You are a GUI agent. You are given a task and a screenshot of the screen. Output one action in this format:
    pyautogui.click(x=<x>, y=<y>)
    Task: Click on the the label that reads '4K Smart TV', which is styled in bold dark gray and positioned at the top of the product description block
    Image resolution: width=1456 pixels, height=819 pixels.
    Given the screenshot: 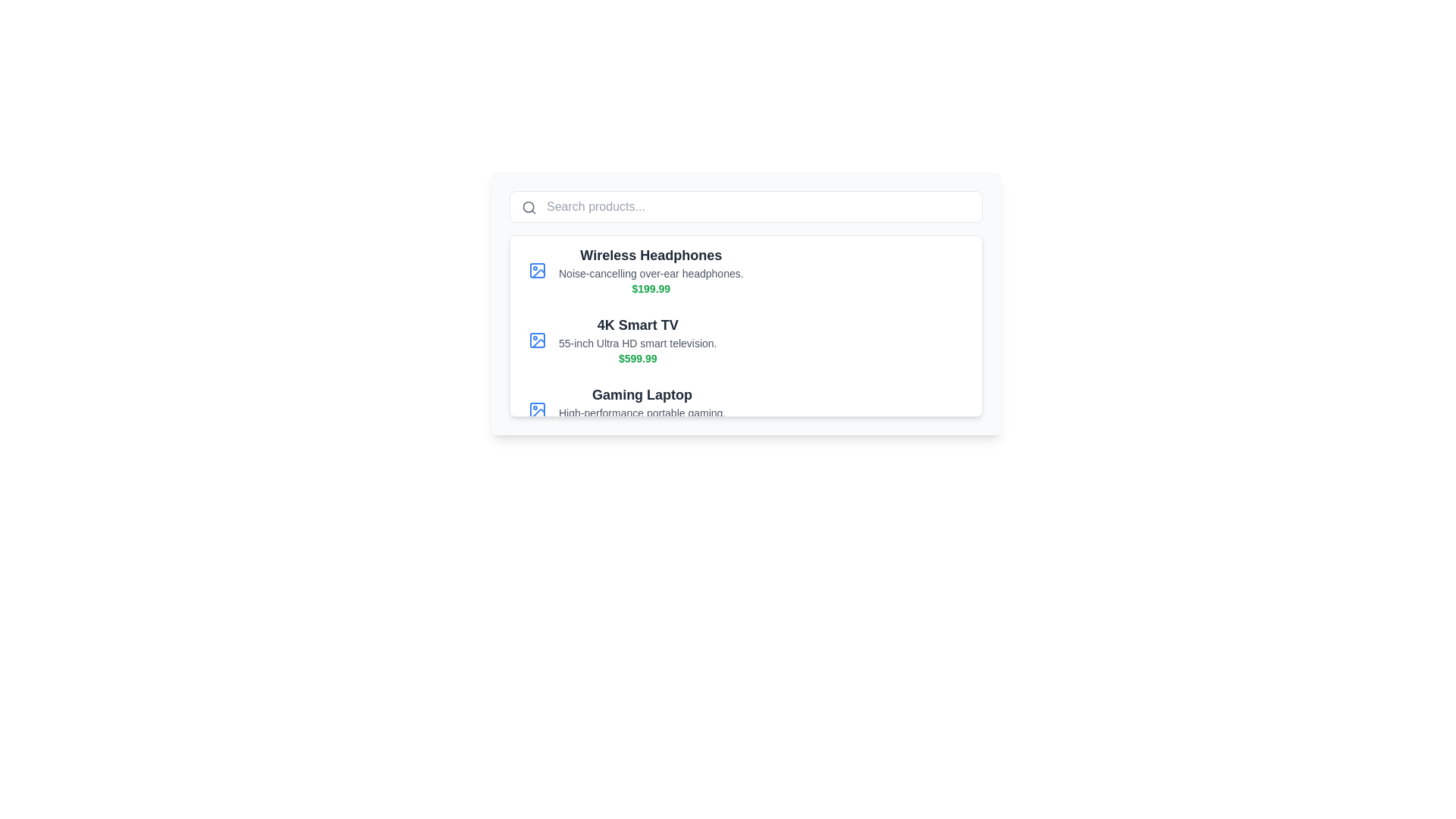 What is the action you would take?
    pyautogui.click(x=638, y=324)
    